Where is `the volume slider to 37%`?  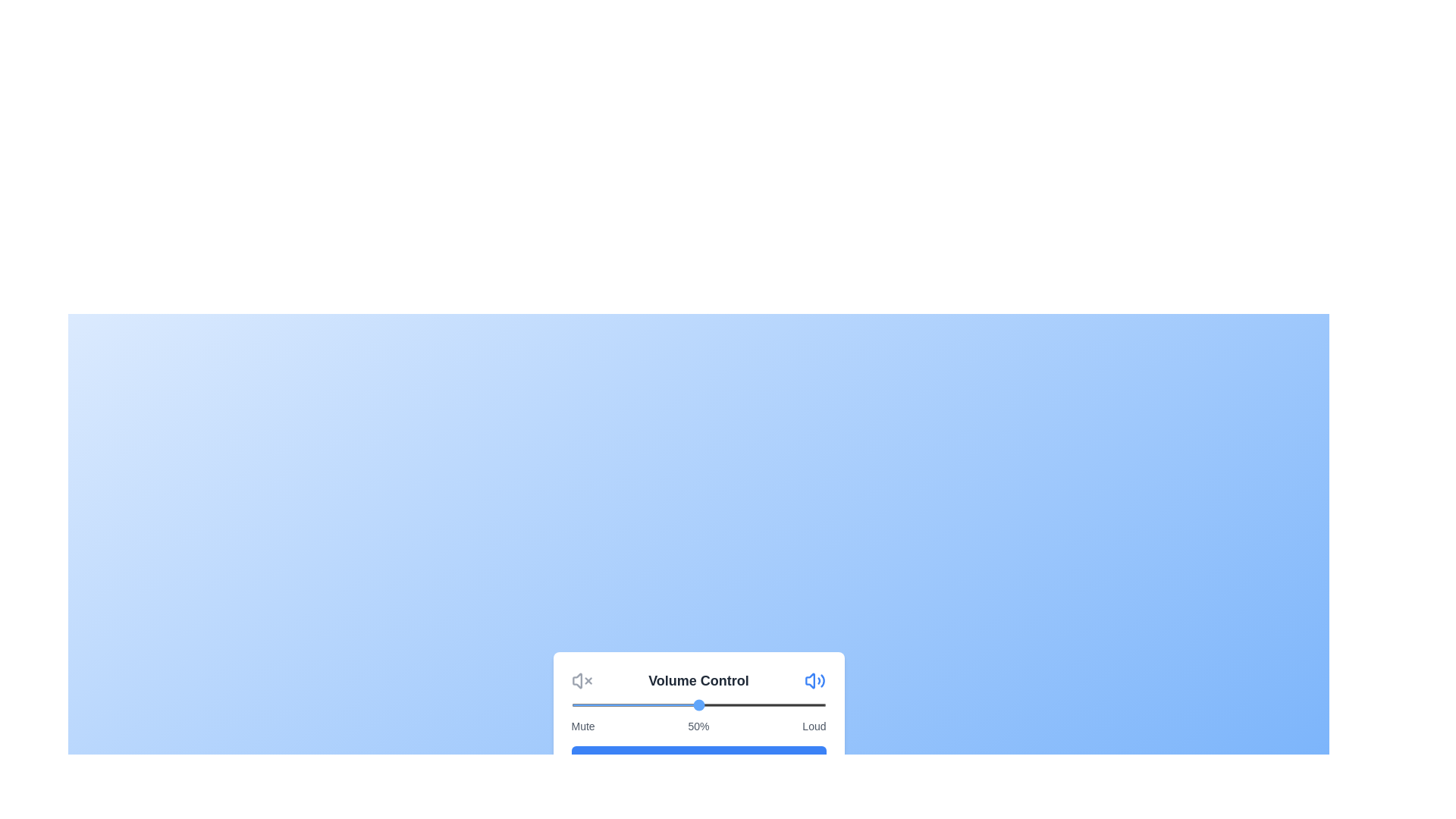
the volume slider to 37% is located at coordinates (665, 704).